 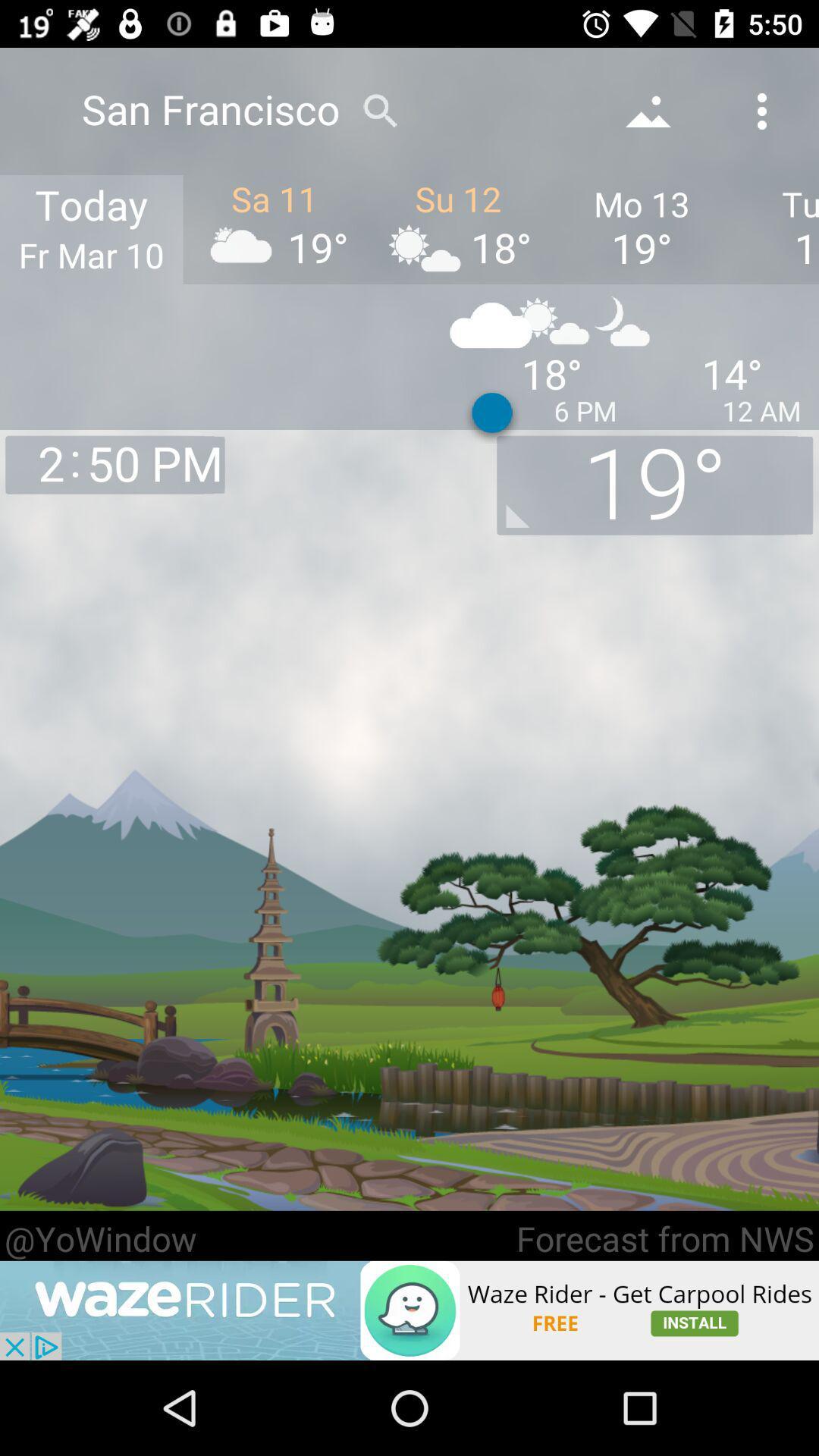 What do you see at coordinates (409, 1310) in the screenshot?
I see `opens advertisement` at bounding box center [409, 1310].